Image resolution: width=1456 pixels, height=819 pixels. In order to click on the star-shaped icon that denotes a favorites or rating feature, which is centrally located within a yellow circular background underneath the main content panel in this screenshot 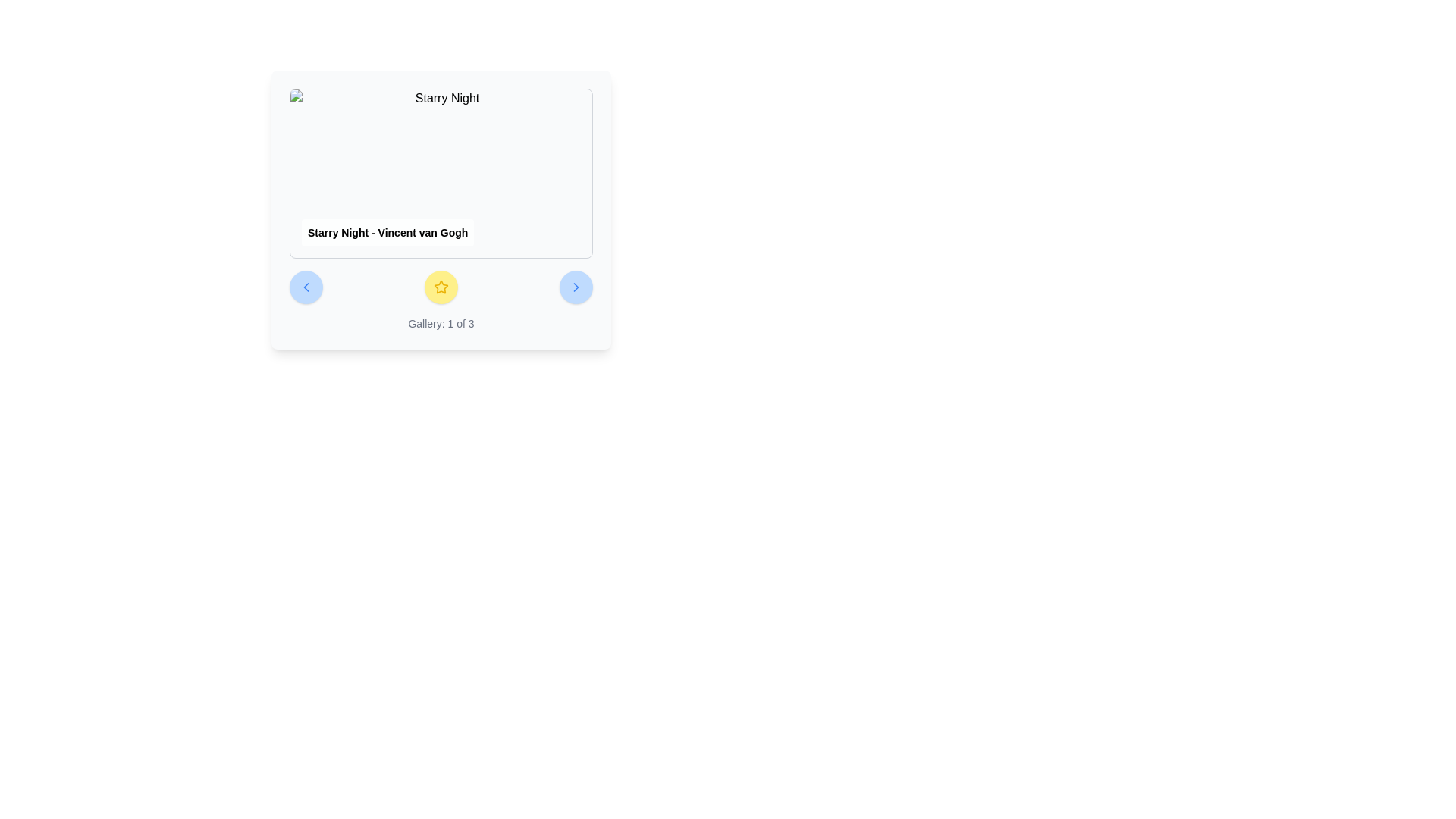, I will do `click(440, 287)`.